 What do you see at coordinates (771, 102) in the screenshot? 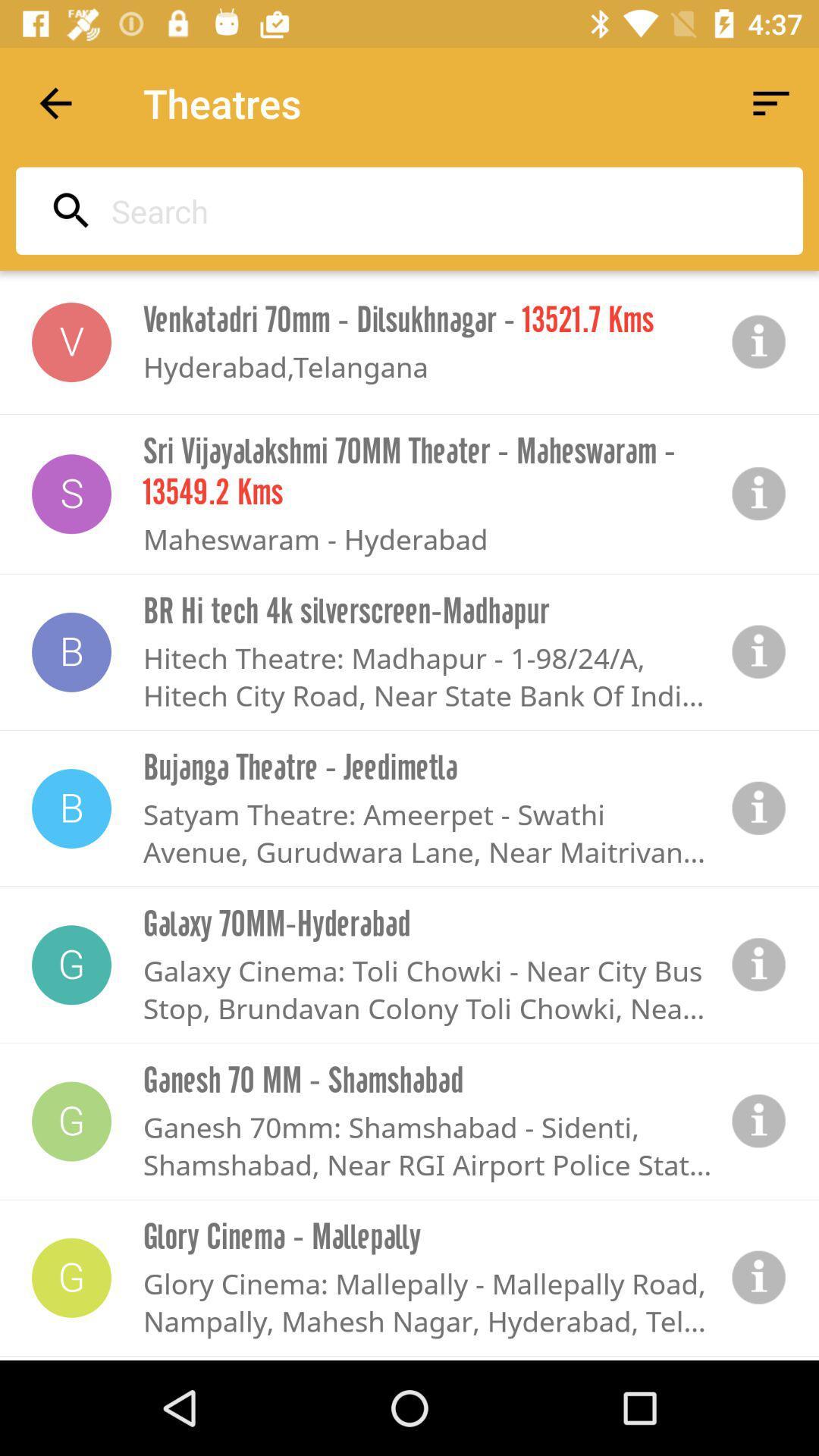
I see `the icon to the right of theatres item` at bounding box center [771, 102].